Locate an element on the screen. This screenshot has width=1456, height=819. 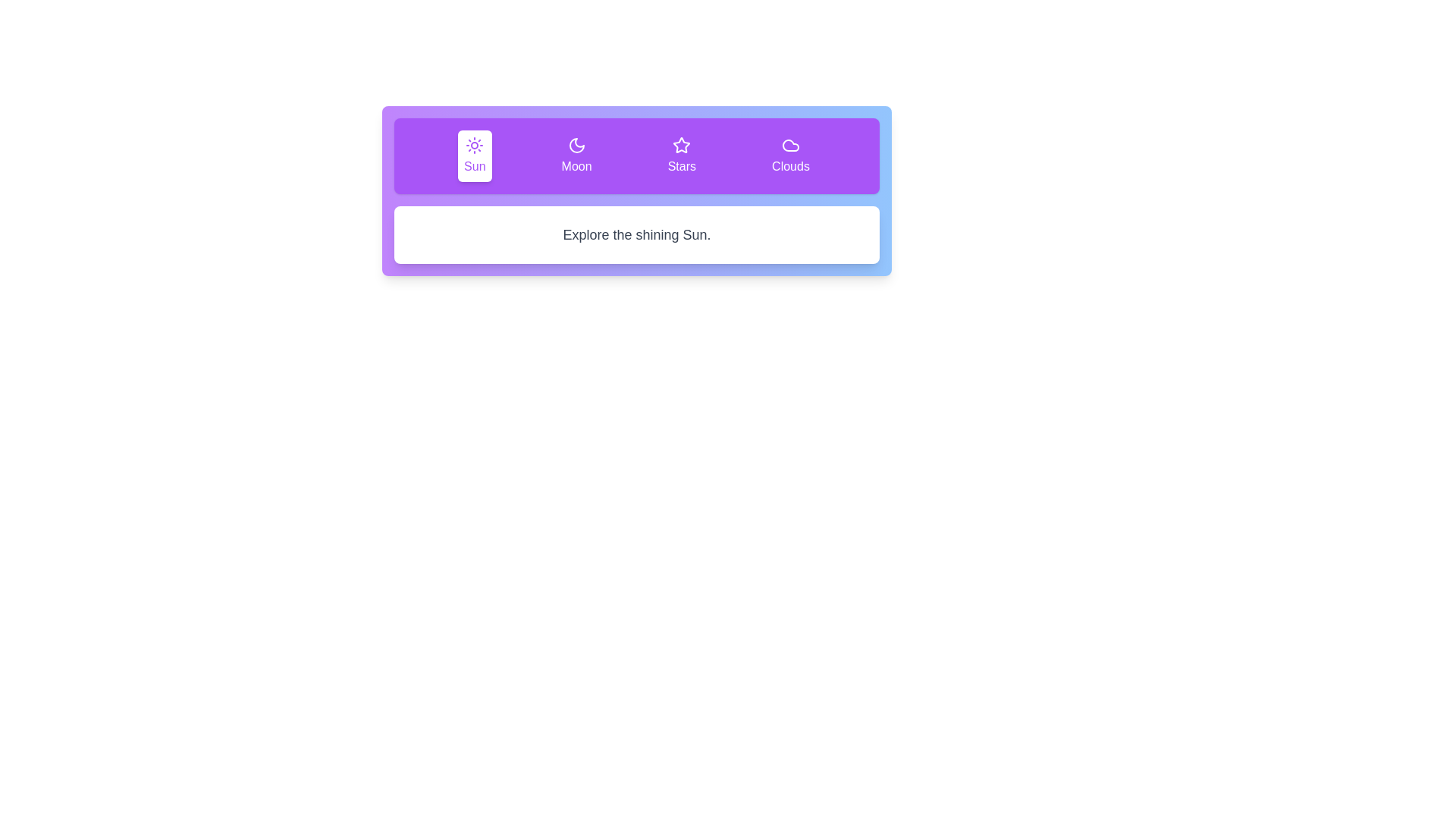
the cloud icon, which is the fourth item in the navigation menu labeled 'Clouds' on a purple background is located at coordinates (789, 146).